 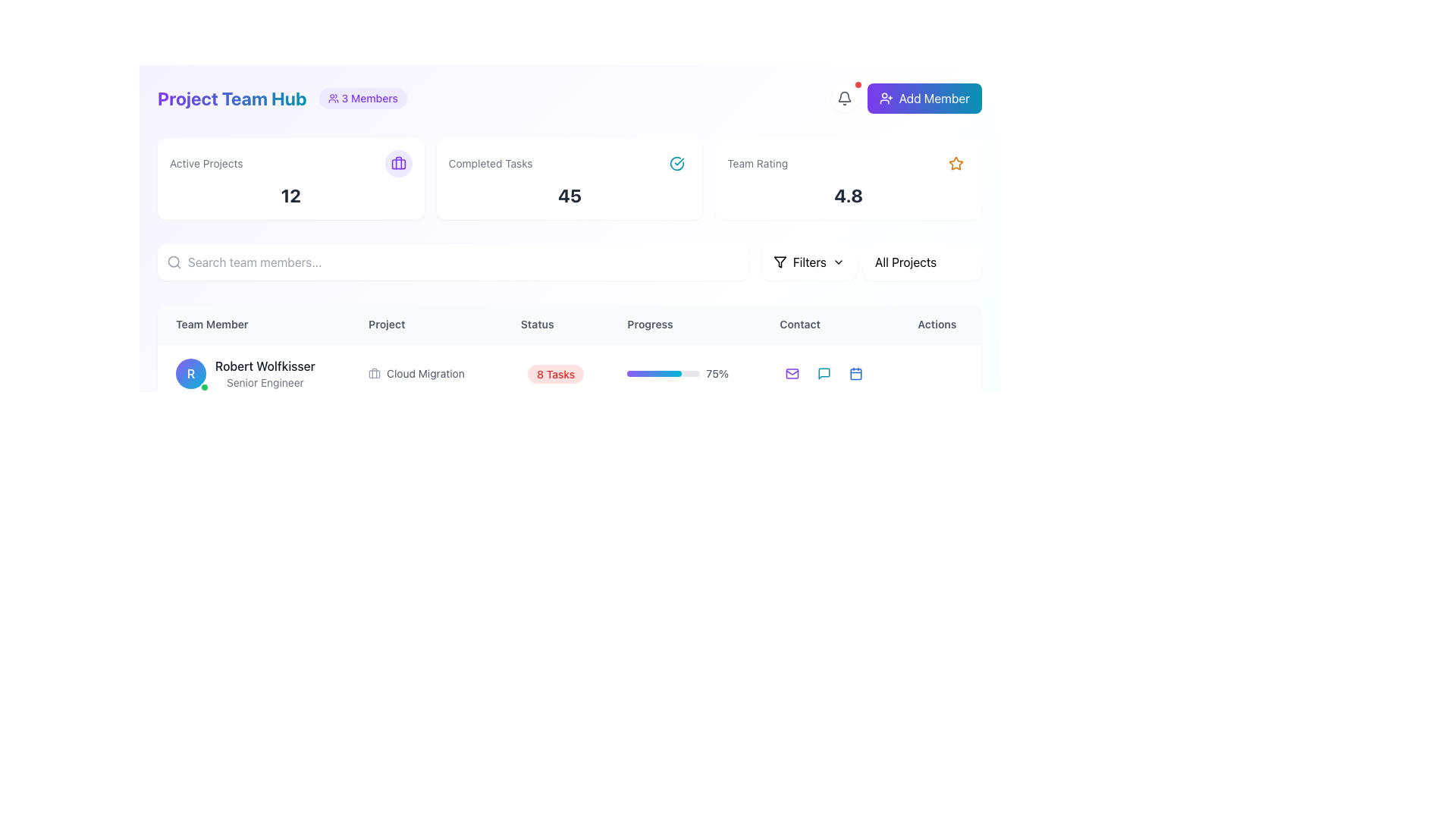 What do you see at coordinates (676, 164) in the screenshot?
I see `the circular cyan icon with a checkmark located in the top right corner of the 'Completed Tasks' card` at bounding box center [676, 164].